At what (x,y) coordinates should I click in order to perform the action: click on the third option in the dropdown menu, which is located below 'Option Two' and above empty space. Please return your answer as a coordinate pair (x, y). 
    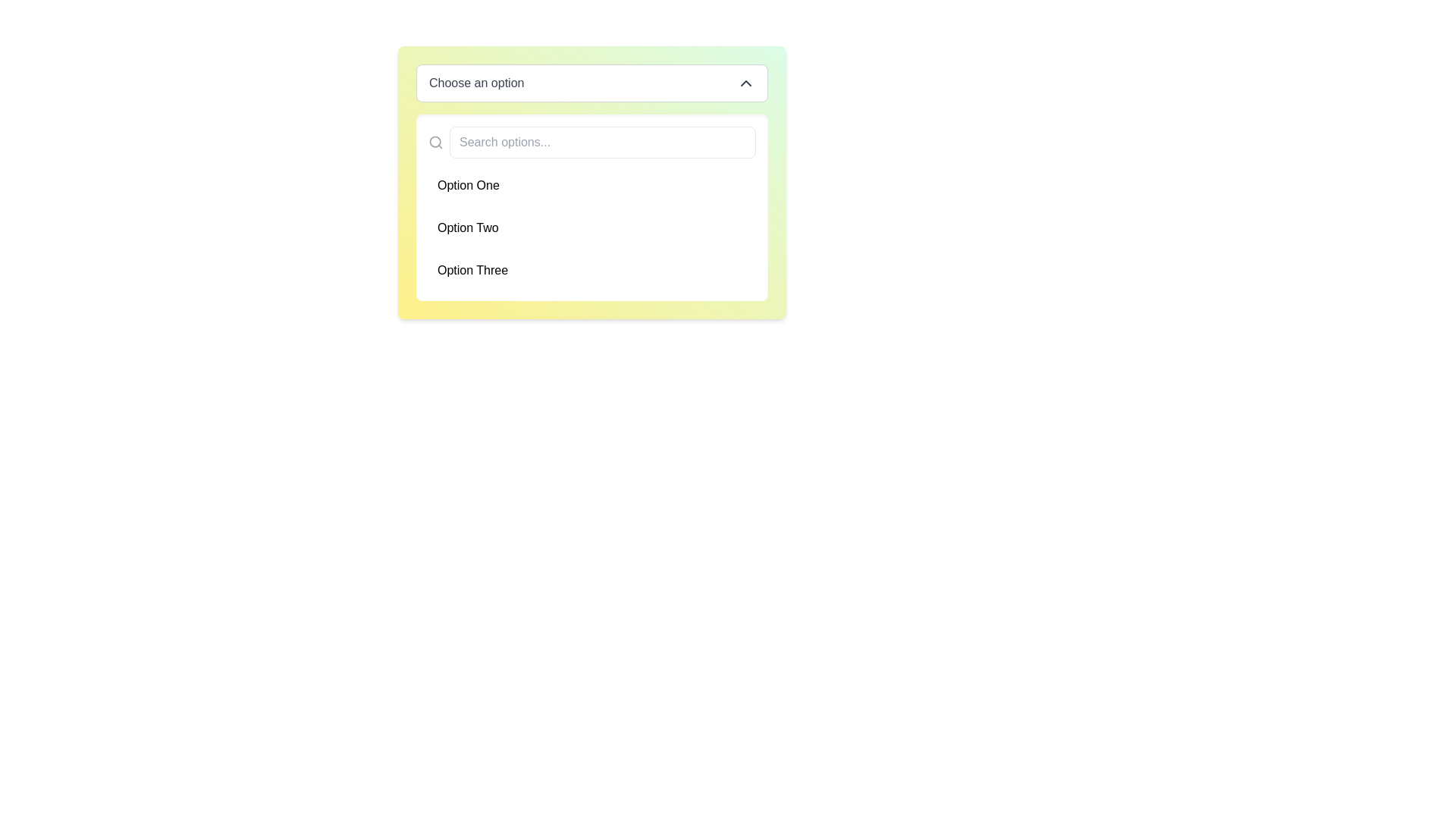
    Looking at the image, I should click on (472, 270).